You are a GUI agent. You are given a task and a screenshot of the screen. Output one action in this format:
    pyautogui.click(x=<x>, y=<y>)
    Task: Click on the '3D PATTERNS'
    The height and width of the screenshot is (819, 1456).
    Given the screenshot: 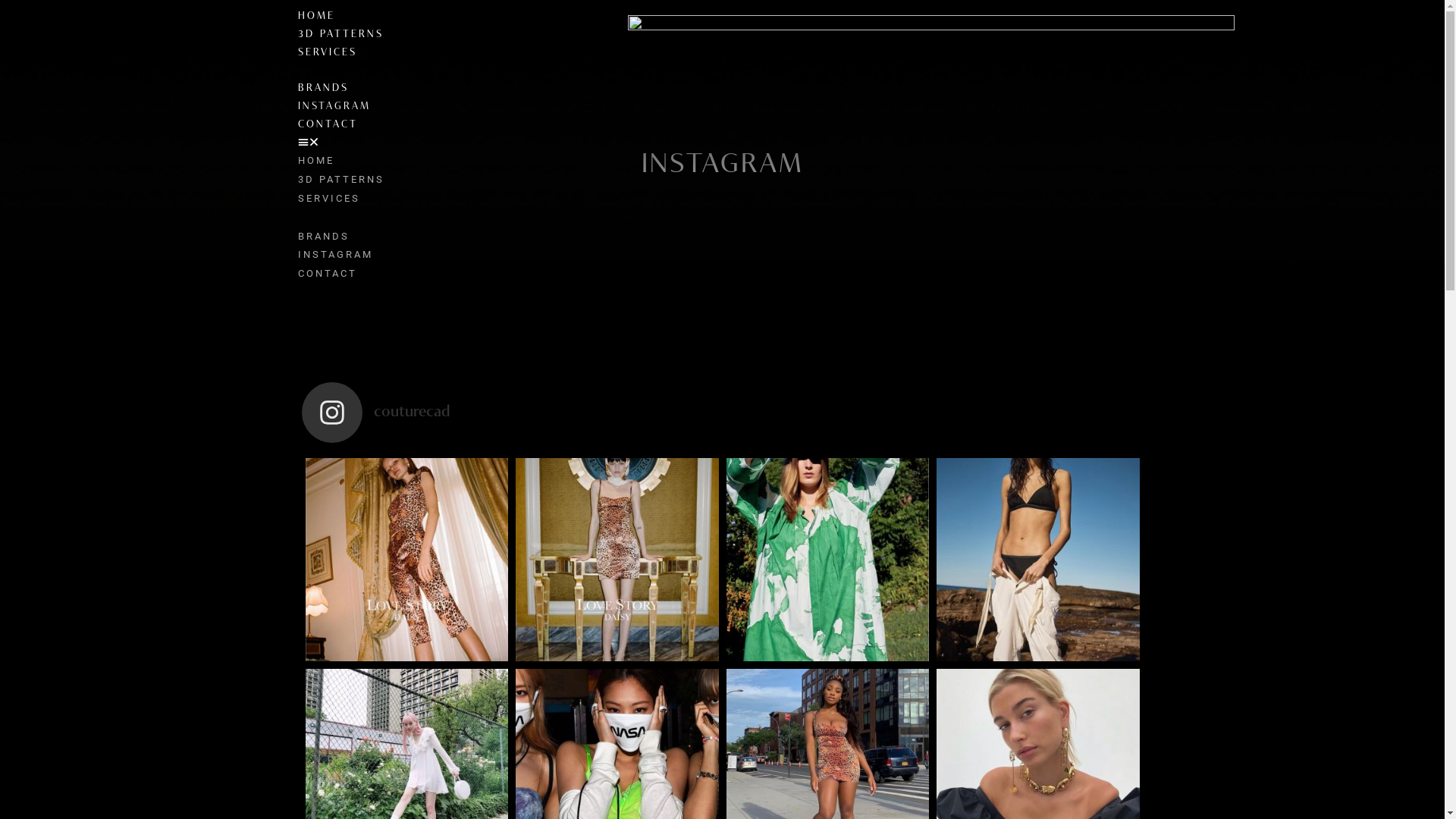 What is the action you would take?
    pyautogui.click(x=340, y=178)
    